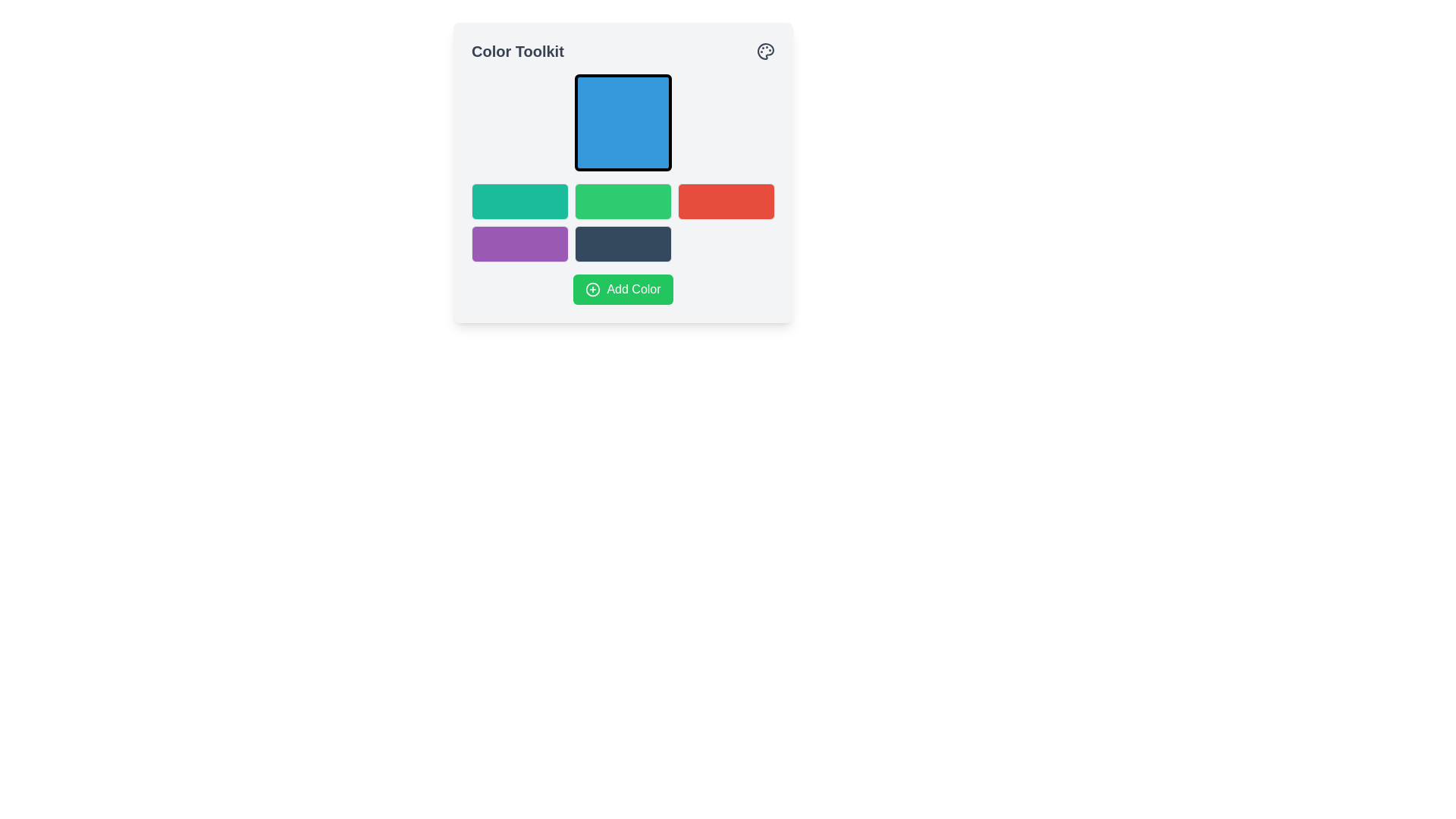 The width and height of the screenshot is (1456, 819). Describe the element at coordinates (592, 289) in the screenshot. I see `the icon that enhances the 'Add Color' button, which is the leftmost item within the button labeled 'Add Color'` at that location.